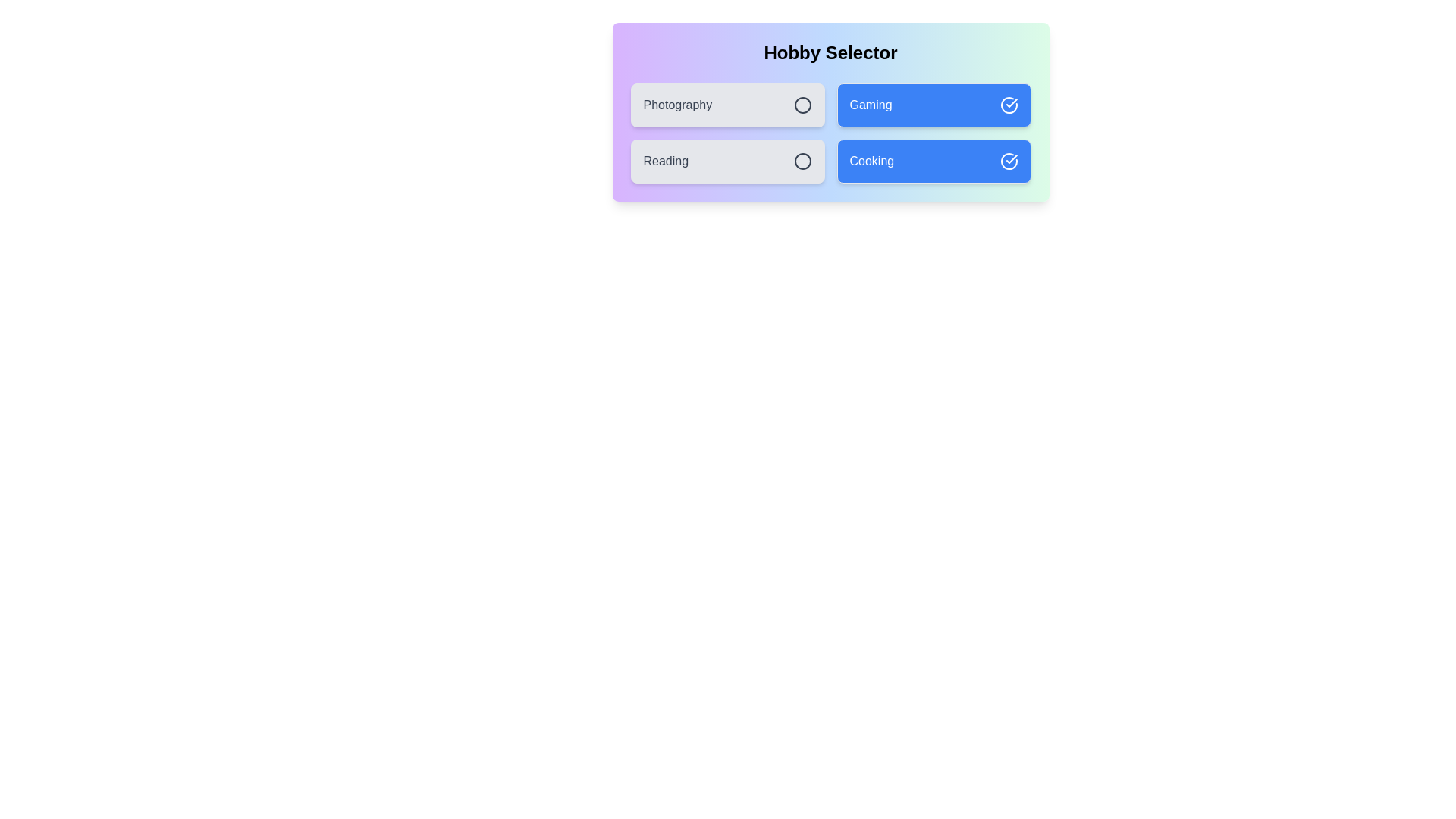  Describe the element at coordinates (933, 161) in the screenshot. I see `the item labeled Cooking to observe the visual effect` at that location.